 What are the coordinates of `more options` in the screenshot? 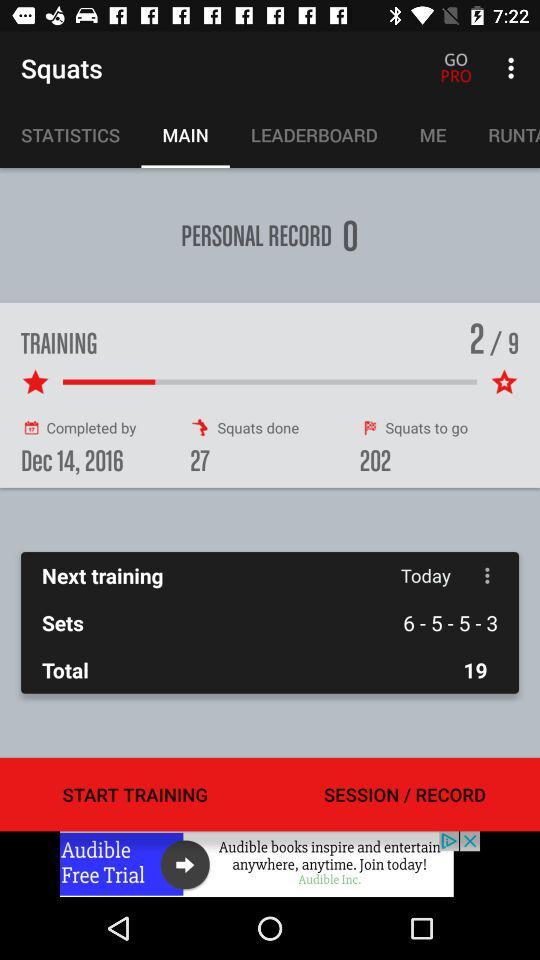 It's located at (486, 575).